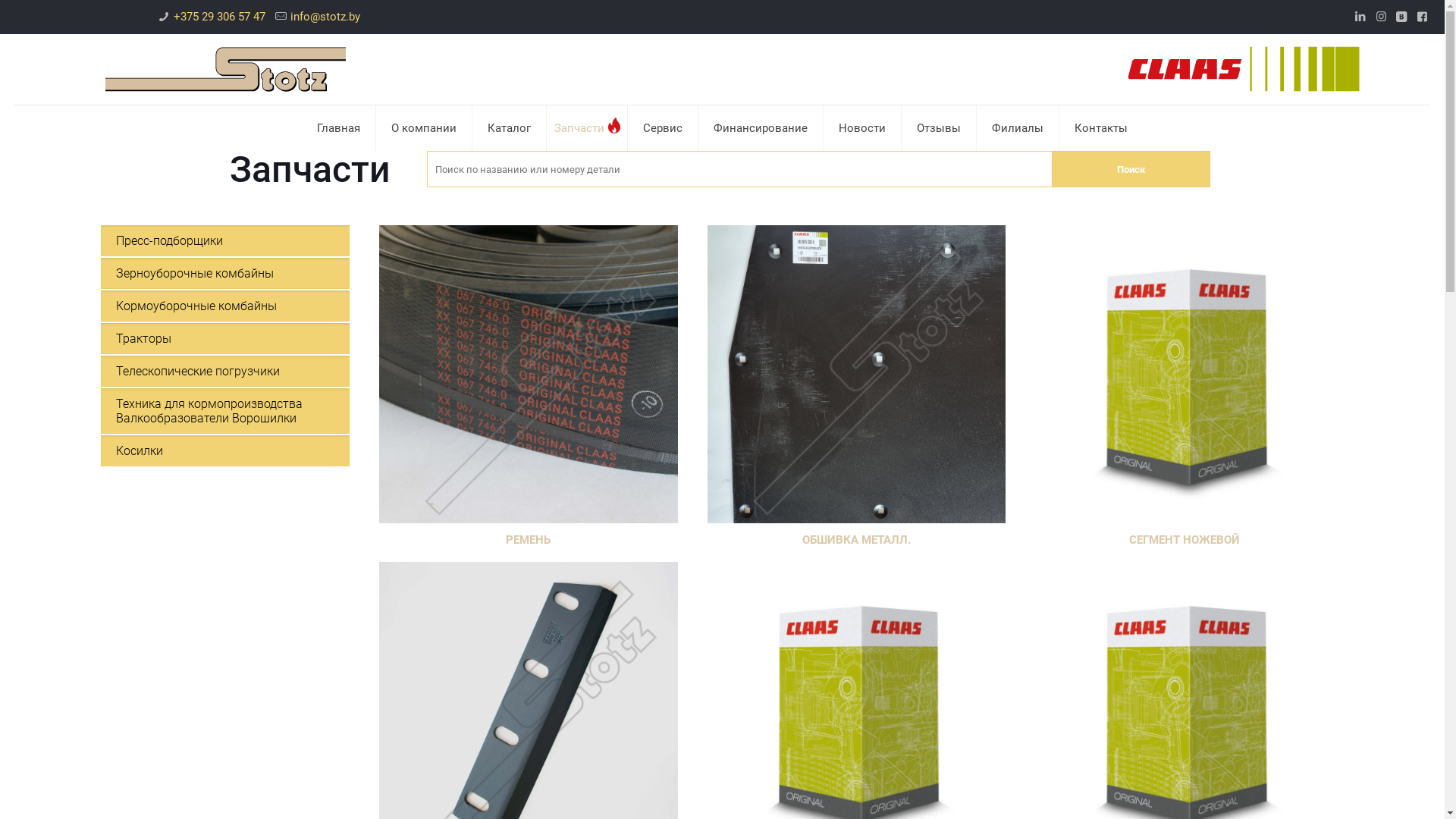 The image size is (1456, 819). What do you see at coordinates (1353, 17) in the screenshot?
I see `'LinkedIn'` at bounding box center [1353, 17].